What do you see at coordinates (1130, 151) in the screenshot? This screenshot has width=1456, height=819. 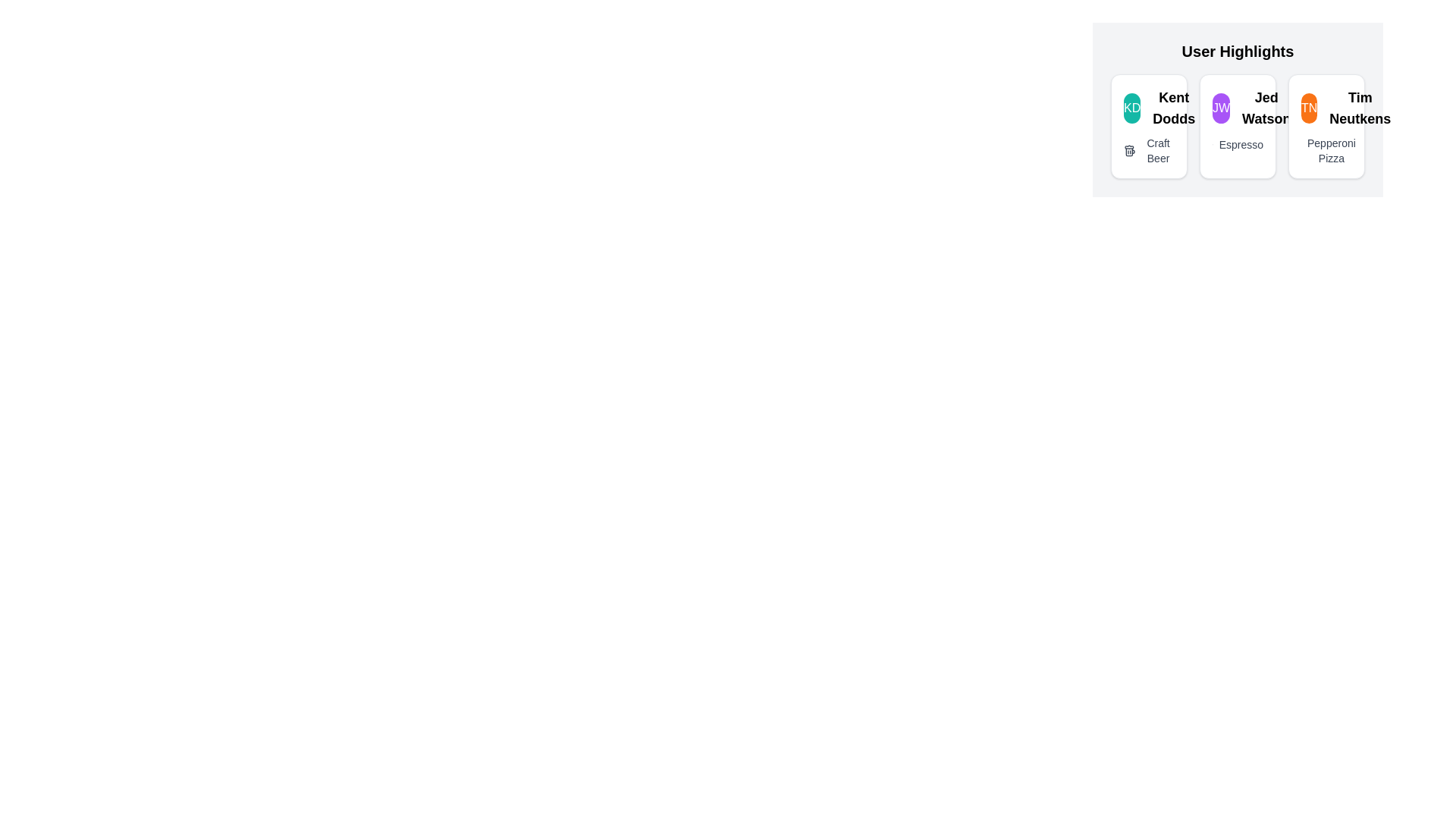 I see `the small beer mug icon with foam on top, located next to the 'Craft Beer' text label` at bounding box center [1130, 151].